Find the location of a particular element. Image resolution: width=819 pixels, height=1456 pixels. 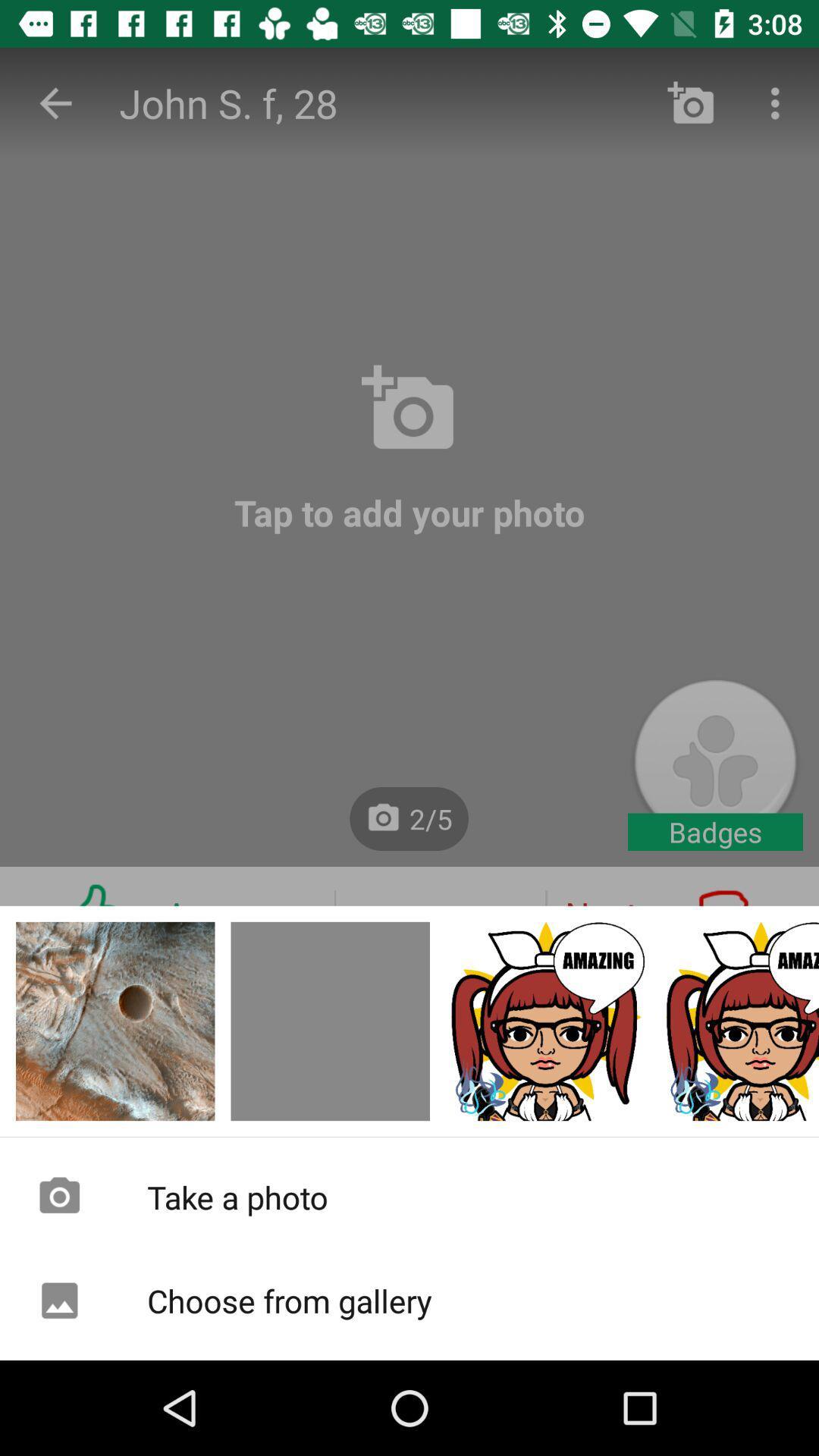

the picture is located at coordinates (739, 1021).